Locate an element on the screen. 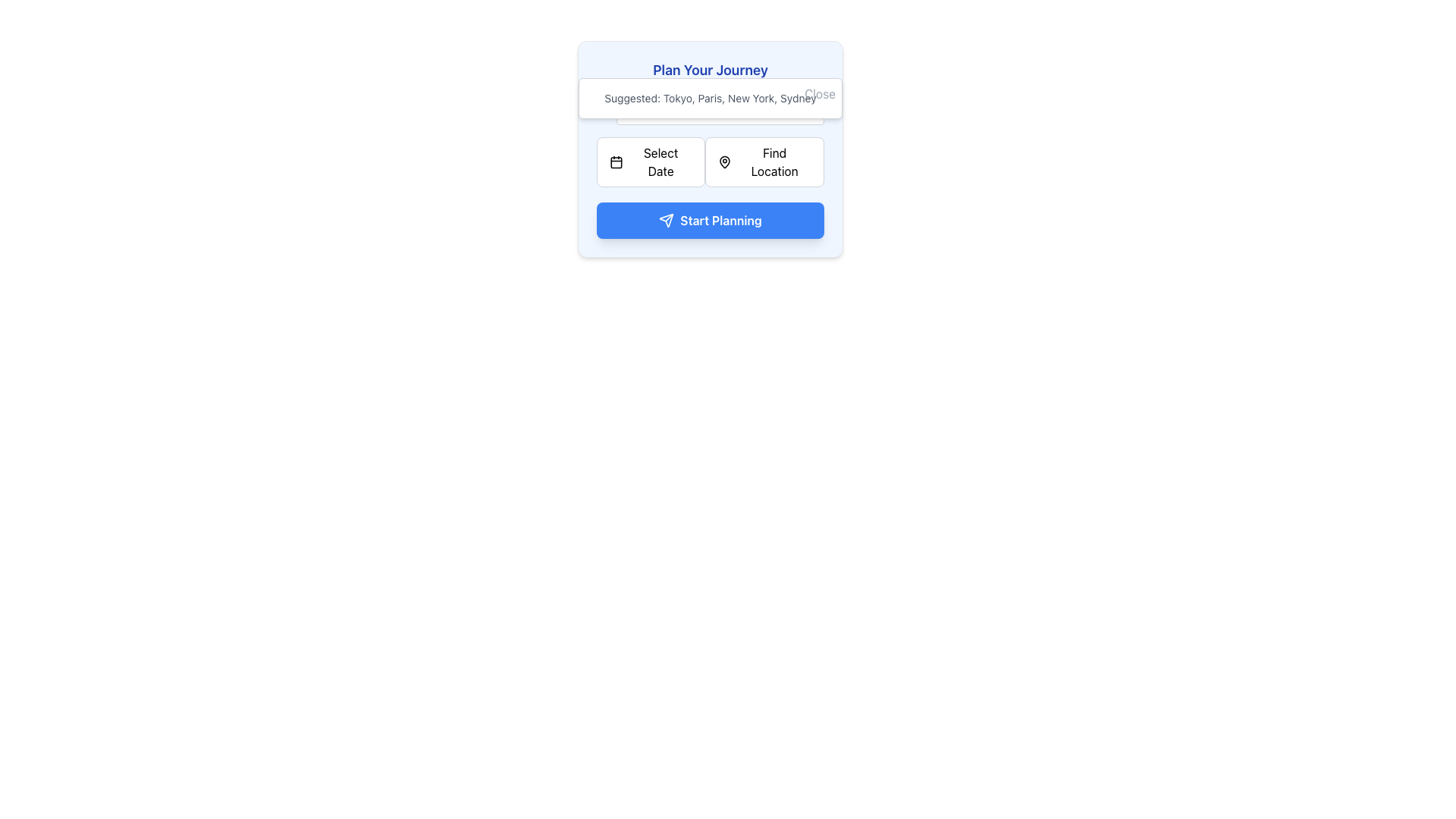 The image size is (1456, 819). the 'Select Date' text label within the button is located at coordinates (661, 162).